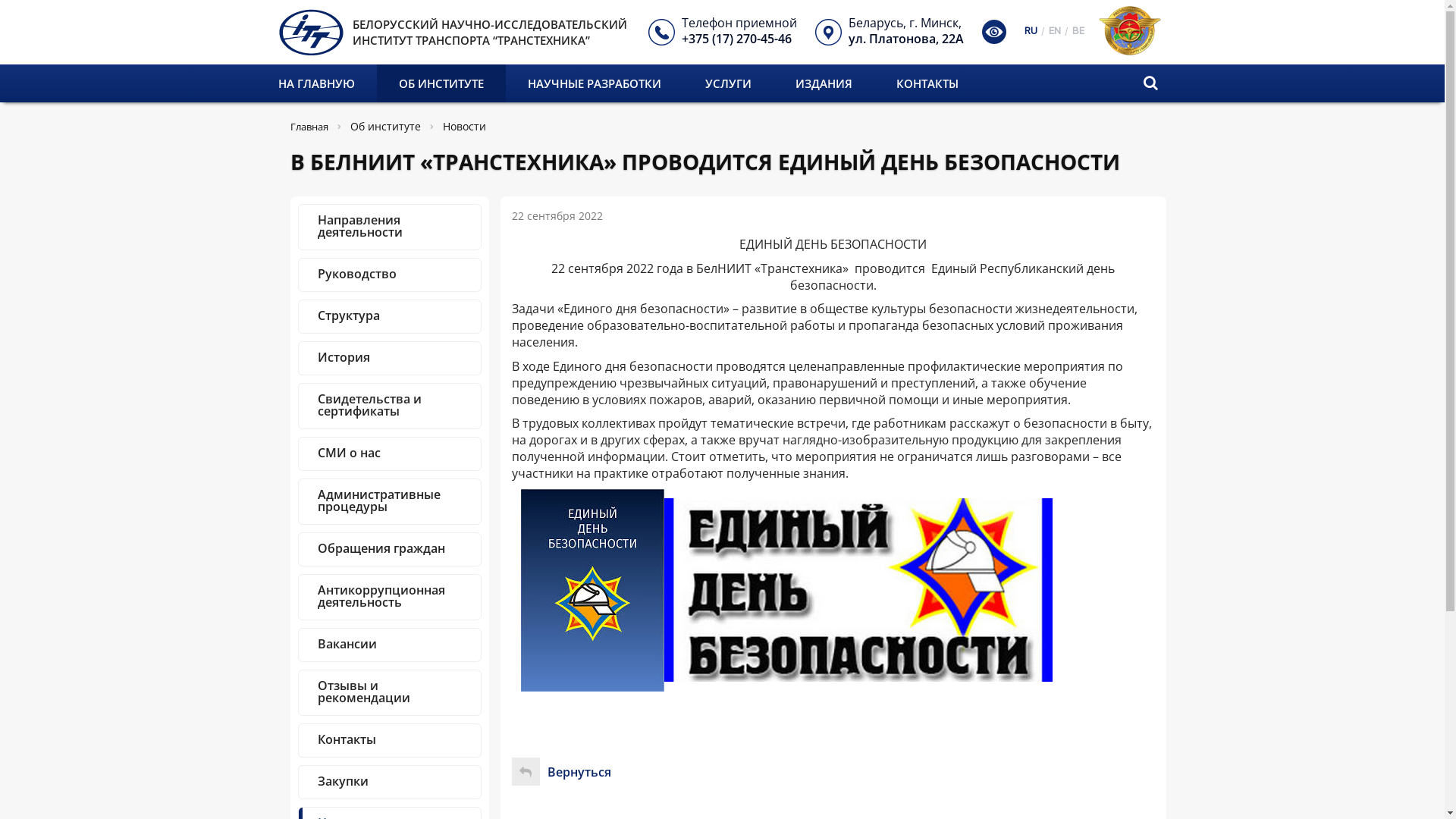  I want to click on 'RU', so click(1031, 28).